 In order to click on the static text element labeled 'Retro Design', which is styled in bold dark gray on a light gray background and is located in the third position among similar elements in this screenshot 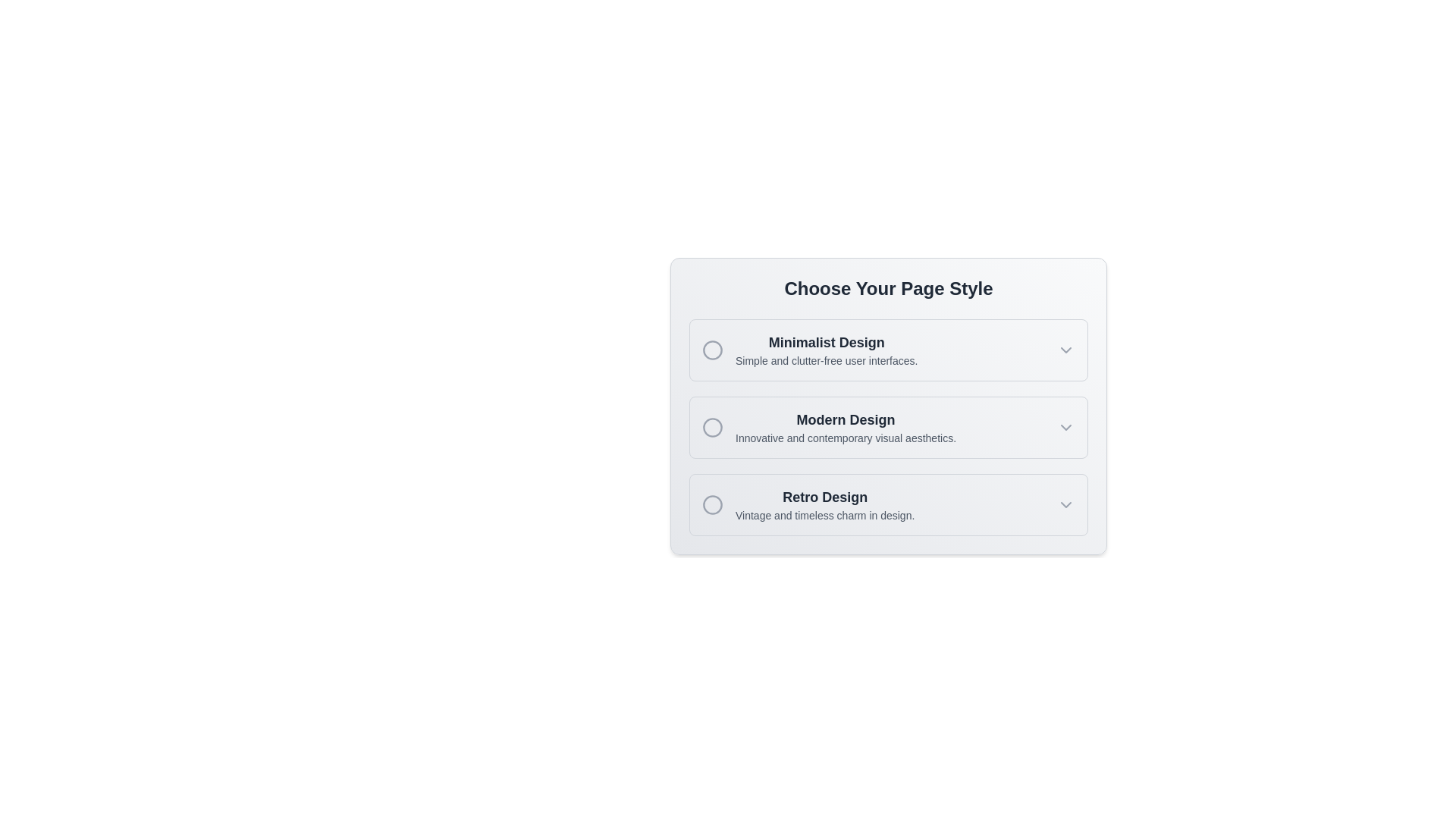, I will do `click(824, 497)`.